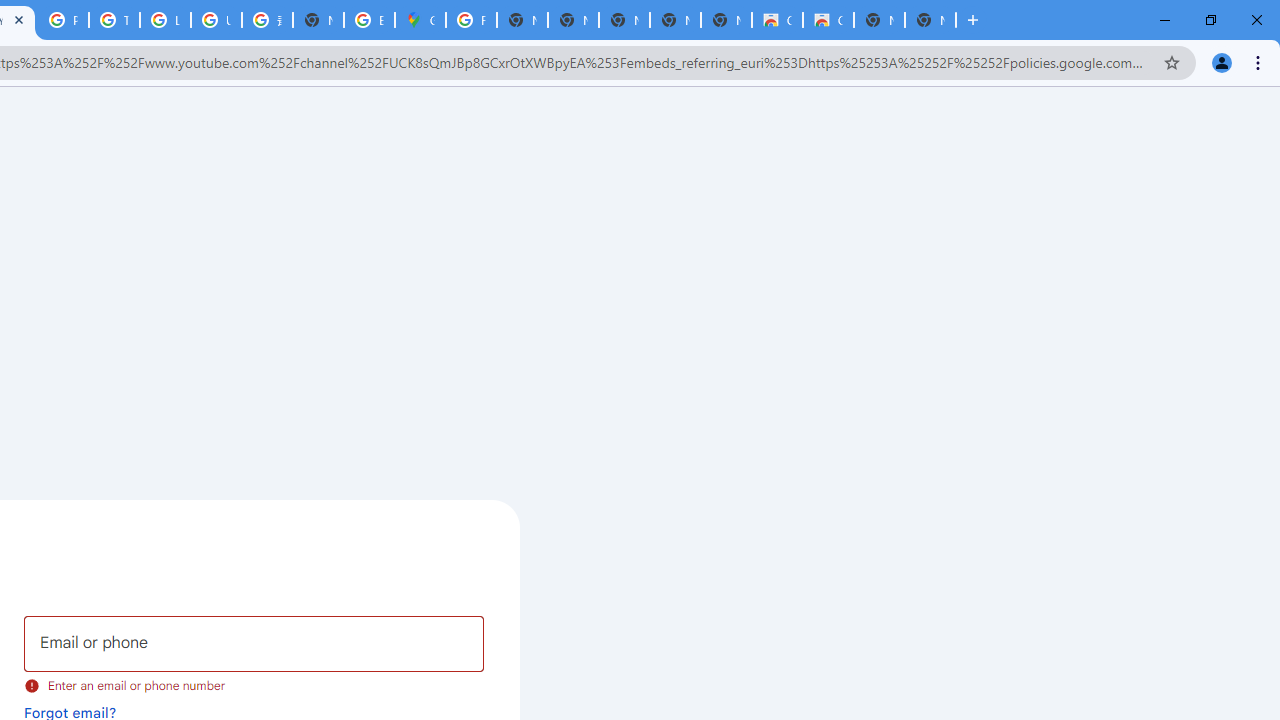  What do you see at coordinates (419, 20) in the screenshot?
I see `'Google Maps'` at bounding box center [419, 20].